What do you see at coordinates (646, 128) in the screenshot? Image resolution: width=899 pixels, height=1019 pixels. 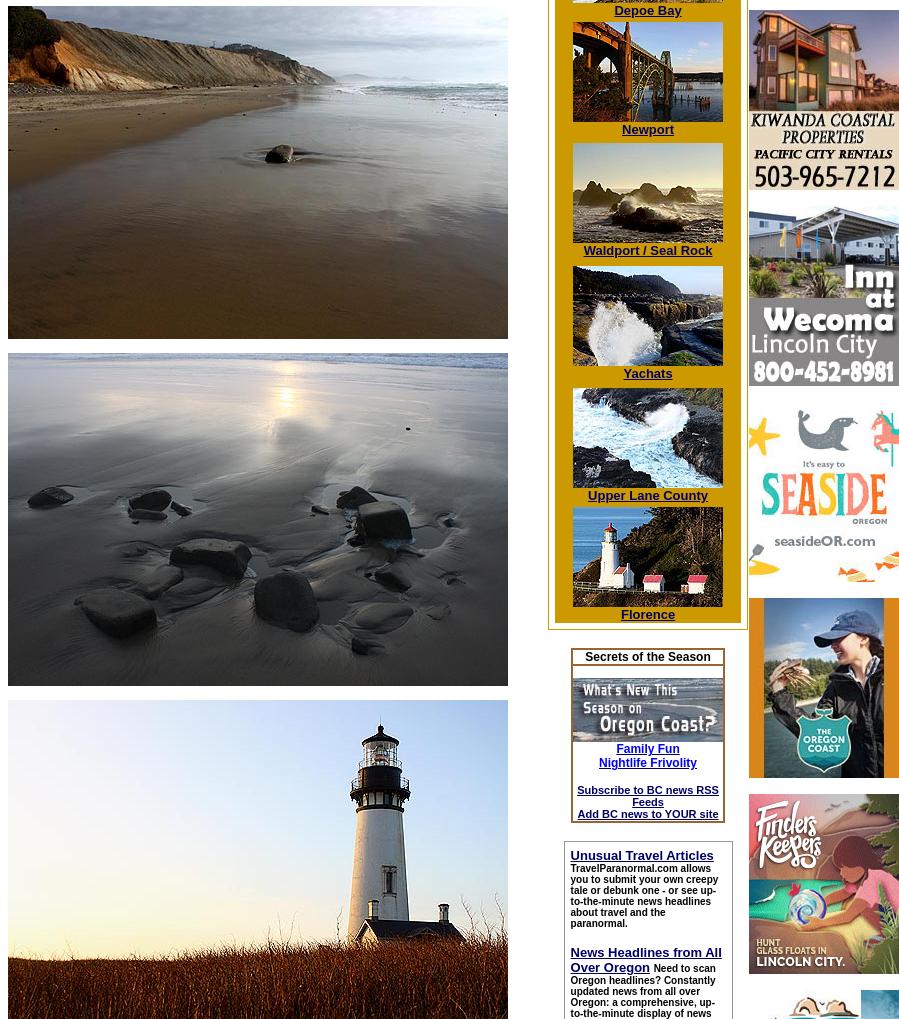 I see `'Newport'` at bounding box center [646, 128].